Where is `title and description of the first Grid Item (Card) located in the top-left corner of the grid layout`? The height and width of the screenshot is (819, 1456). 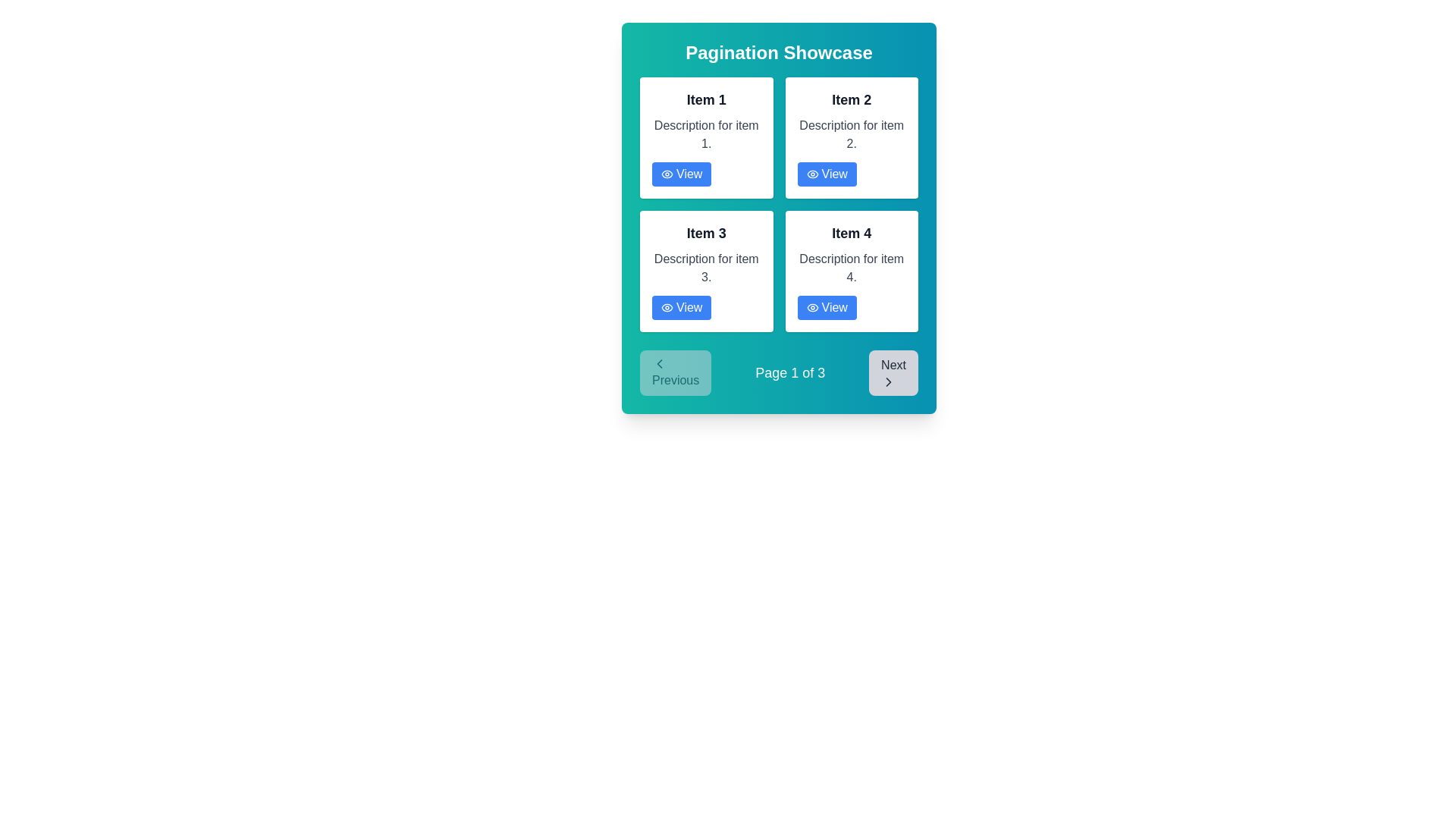 title and description of the first Grid Item (Card) located in the top-left corner of the grid layout is located at coordinates (705, 137).